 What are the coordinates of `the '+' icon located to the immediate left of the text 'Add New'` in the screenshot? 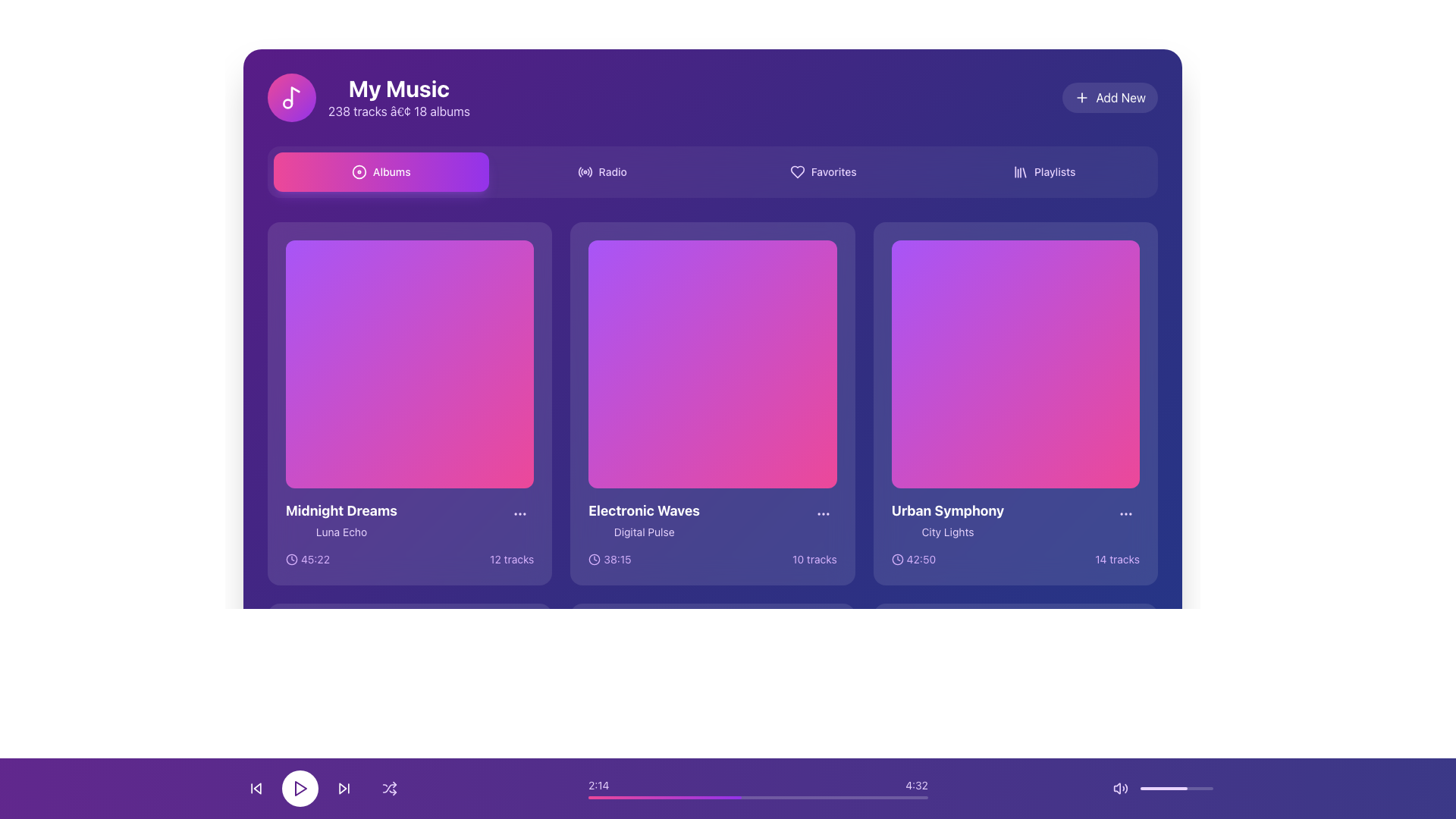 It's located at (1081, 97).